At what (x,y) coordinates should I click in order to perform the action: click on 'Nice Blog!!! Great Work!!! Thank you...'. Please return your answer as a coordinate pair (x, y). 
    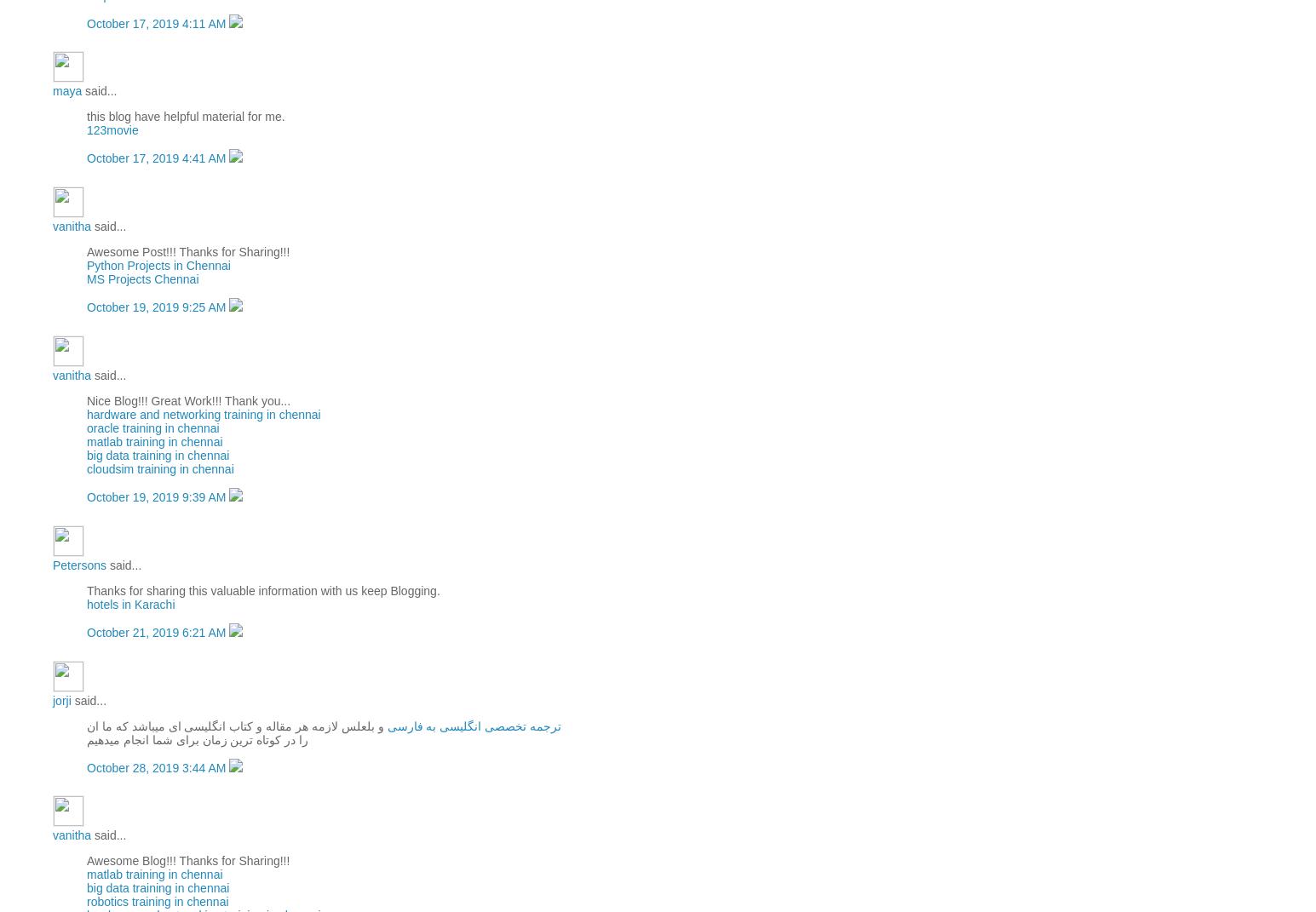
    Looking at the image, I should click on (85, 399).